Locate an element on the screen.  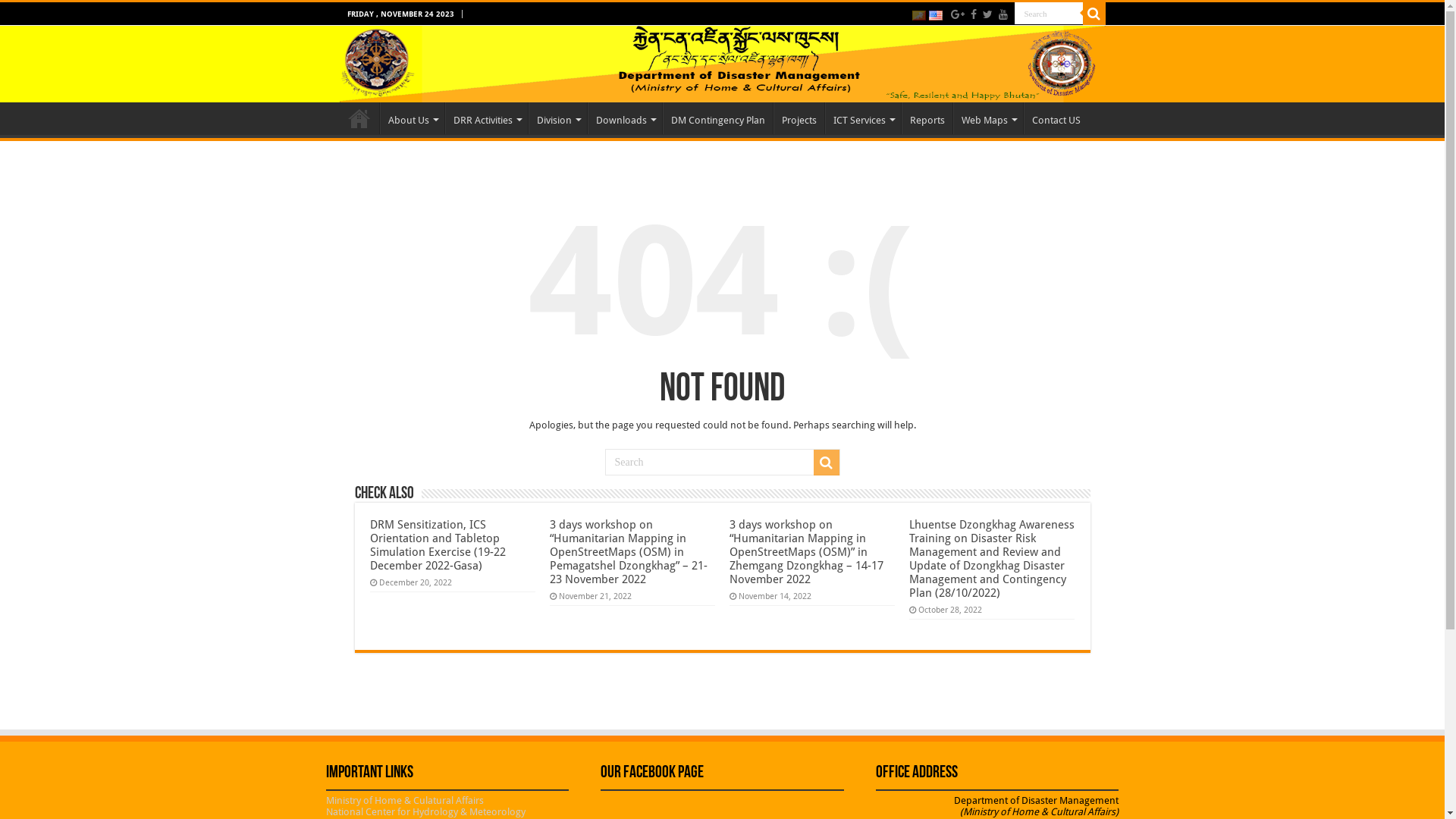
'About Us' is located at coordinates (411, 117).